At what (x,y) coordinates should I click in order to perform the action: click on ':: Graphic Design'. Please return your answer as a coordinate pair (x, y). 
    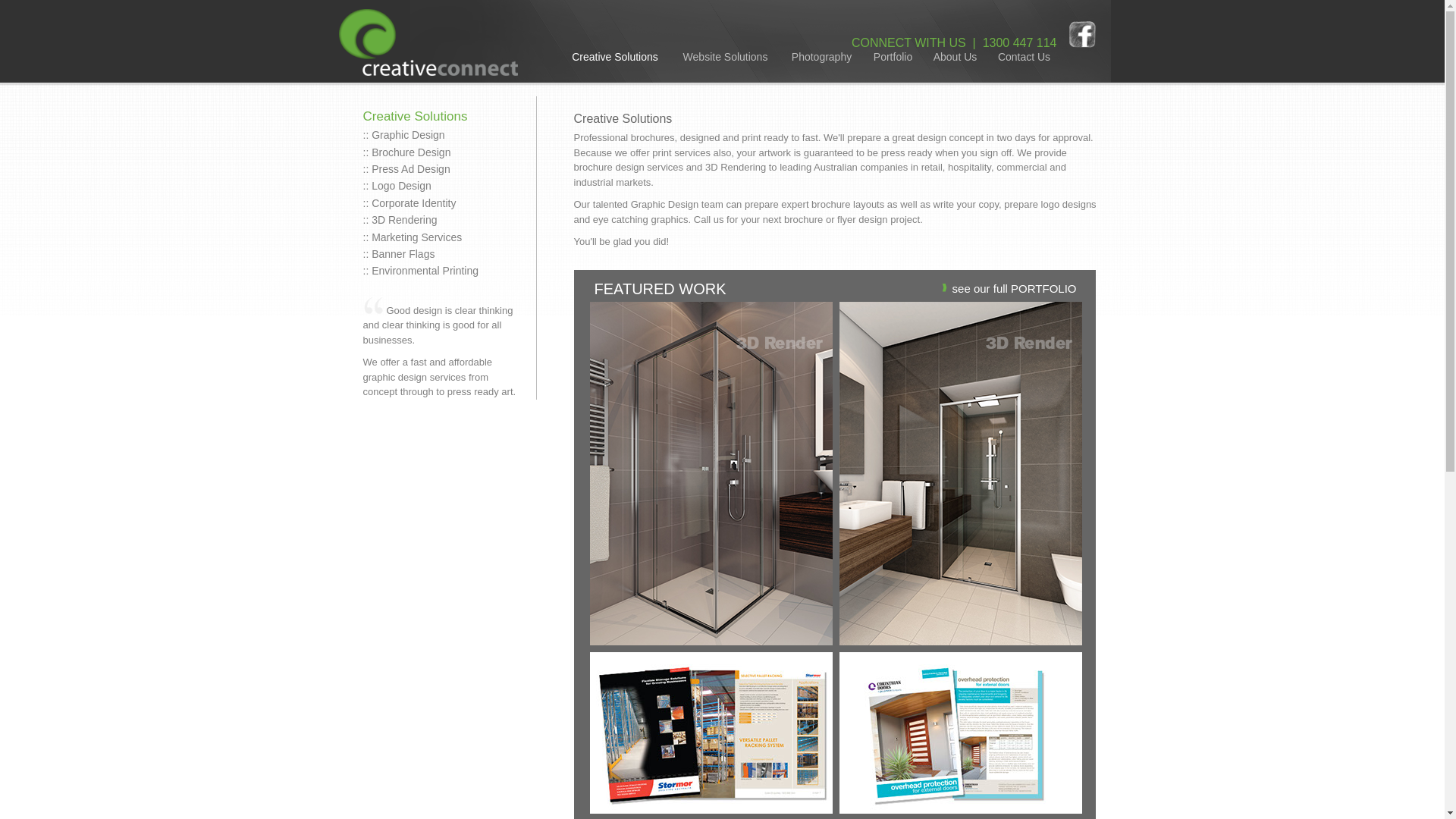
    Looking at the image, I should click on (362, 133).